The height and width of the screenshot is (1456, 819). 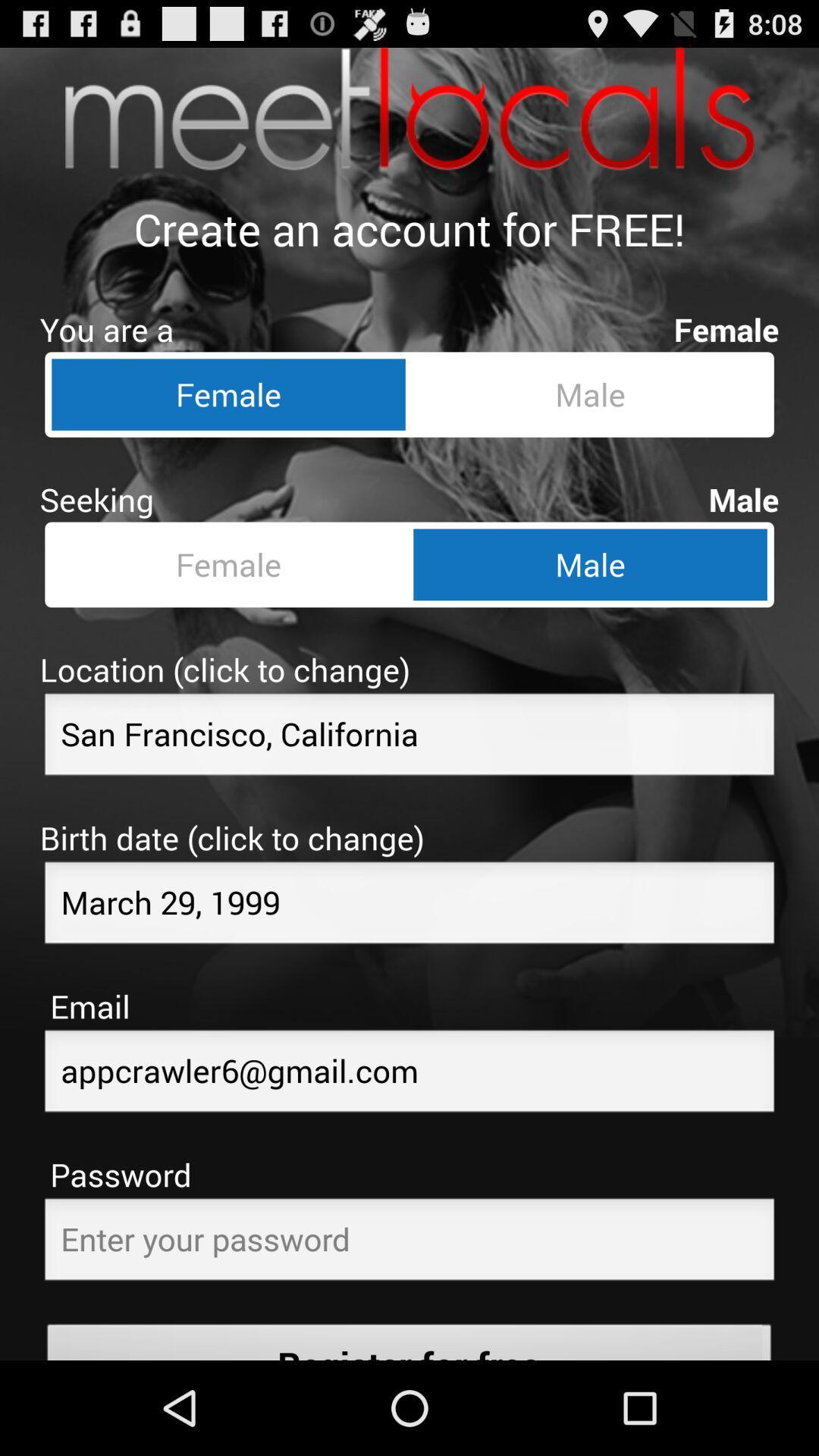 I want to click on change the birth date, so click(x=409, y=907).